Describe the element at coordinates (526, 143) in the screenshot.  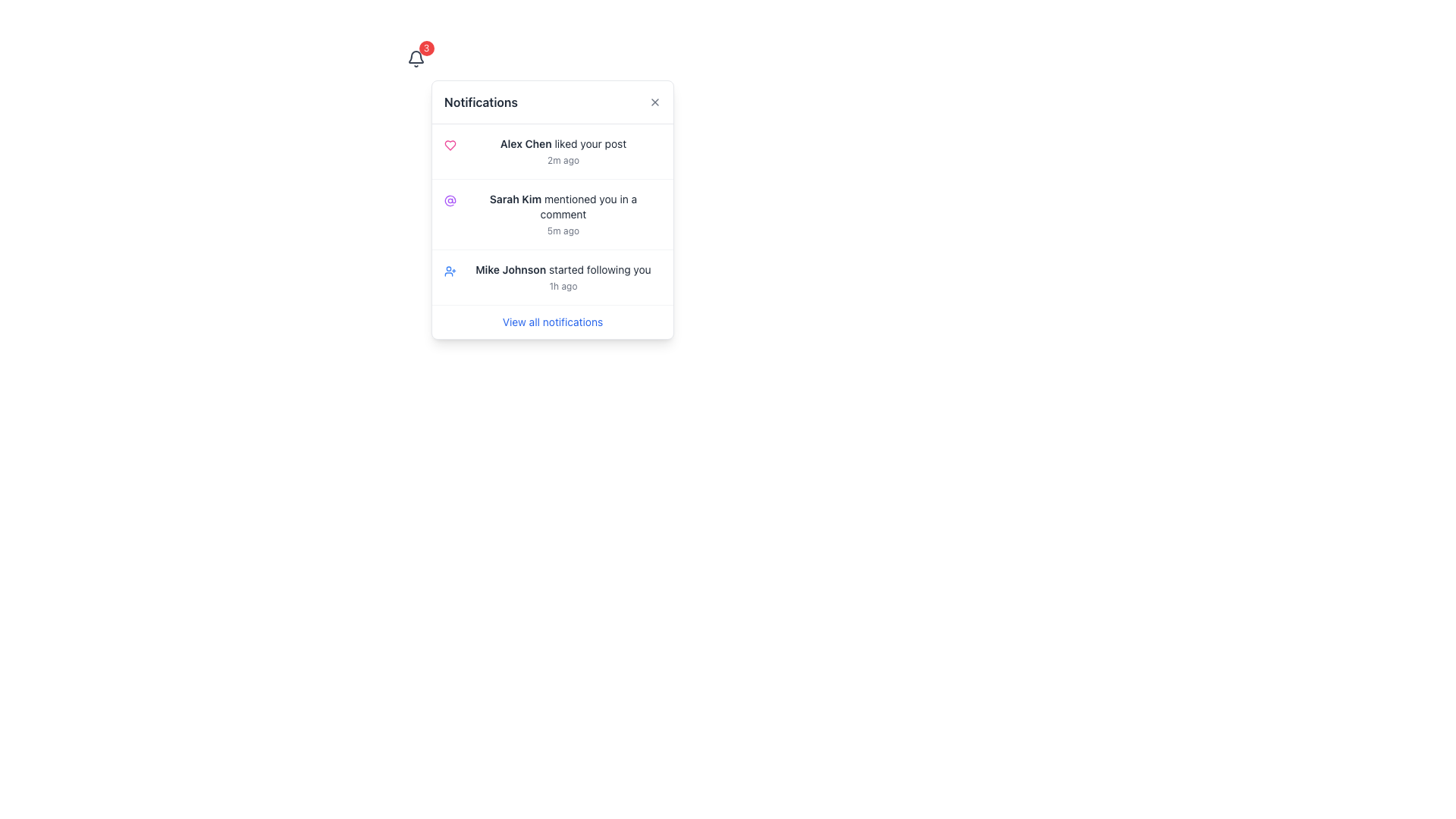
I see `user name displayed in the text label that identifies who liked your post, located in the middle-left part of the first notification entry in the dropdown box` at that location.